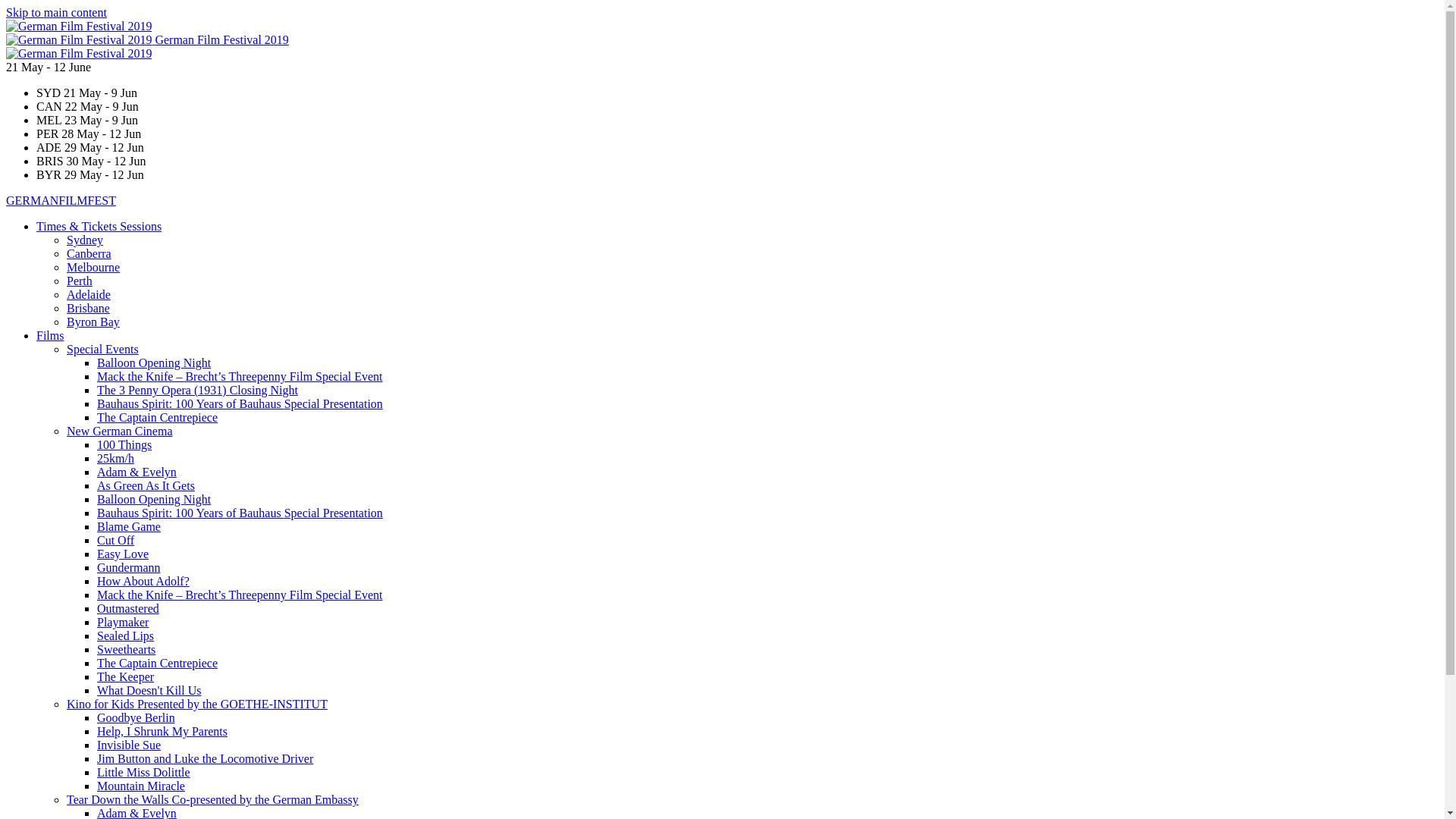 This screenshot has height=819, width=1456. I want to click on 'Little Miss Dolittle', so click(143, 772).